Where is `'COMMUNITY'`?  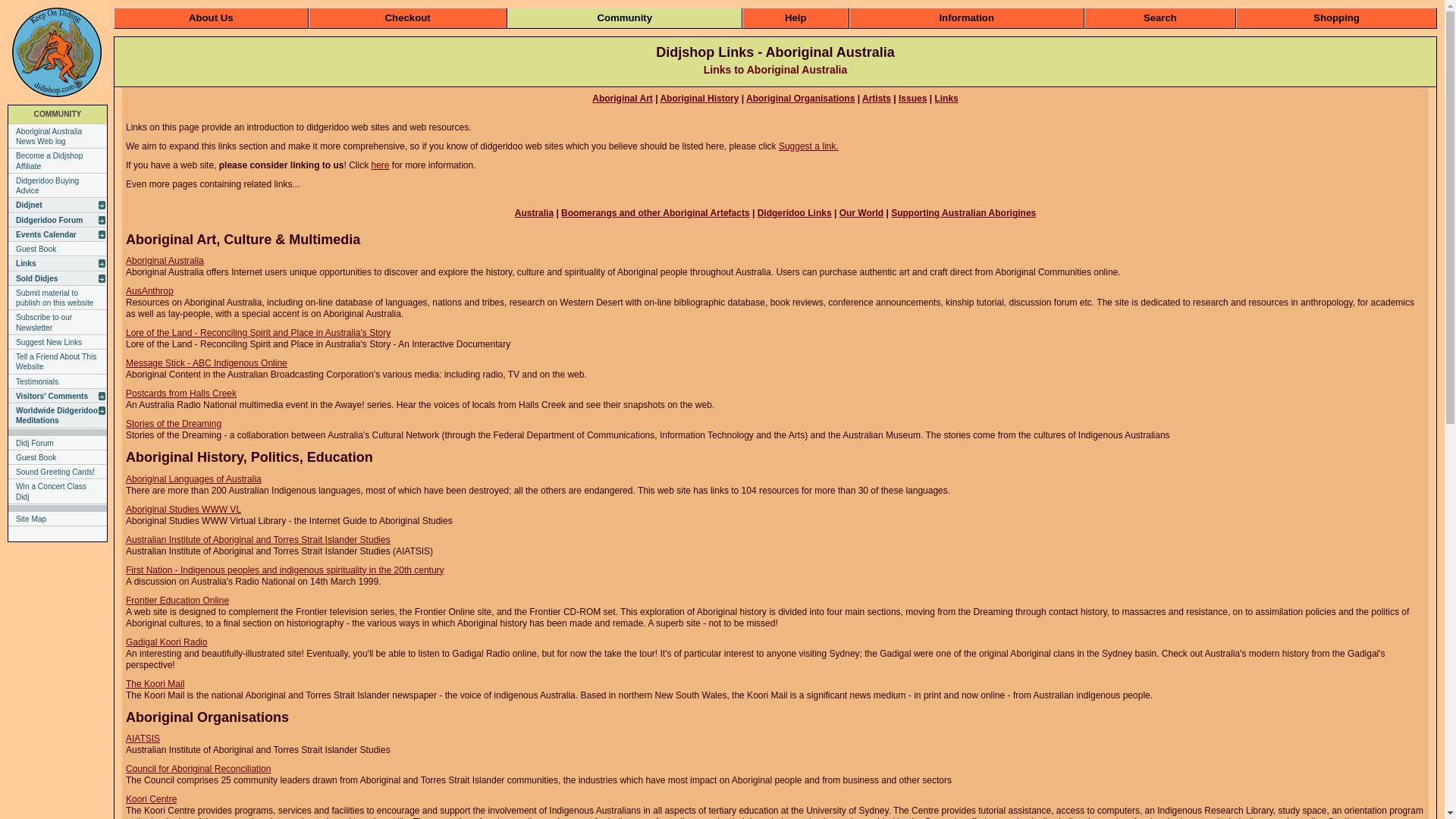
'COMMUNITY' is located at coordinates (58, 113).